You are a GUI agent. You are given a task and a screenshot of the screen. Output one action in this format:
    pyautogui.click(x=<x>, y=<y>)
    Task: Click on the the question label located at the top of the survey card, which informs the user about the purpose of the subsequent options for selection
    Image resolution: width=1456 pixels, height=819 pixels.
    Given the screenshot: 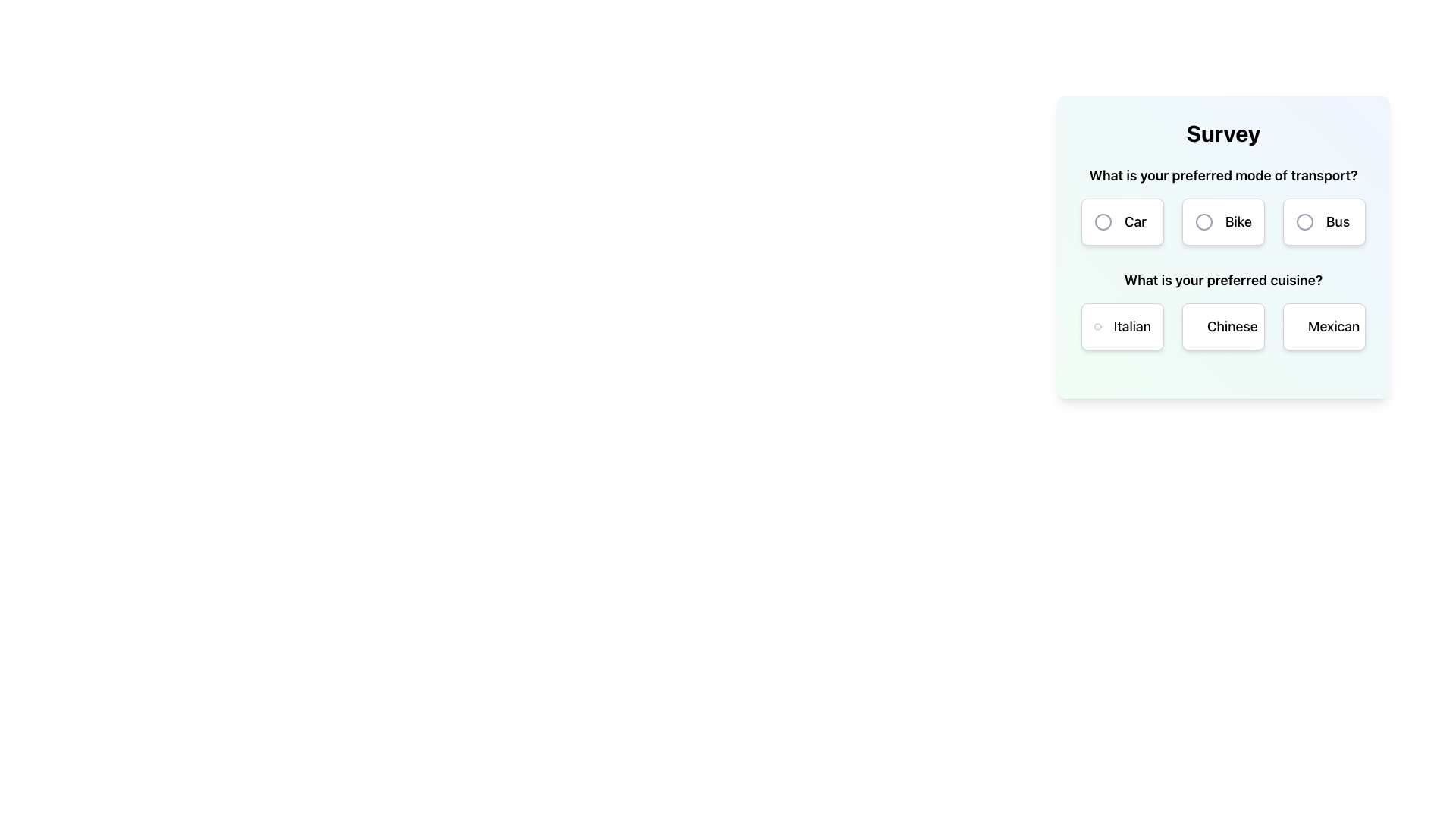 What is the action you would take?
    pyautogui.click(x=1223, y=174)
    